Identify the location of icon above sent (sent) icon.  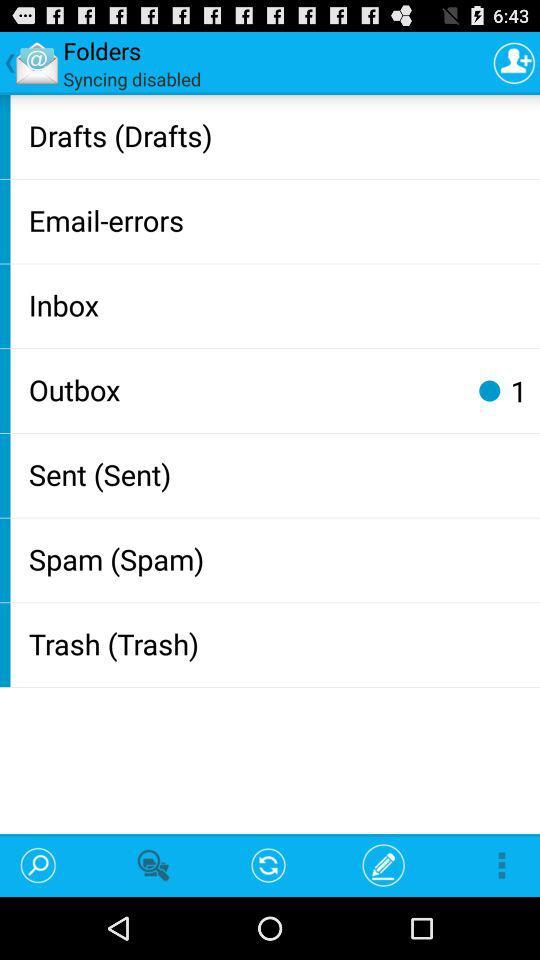
(488, 389).